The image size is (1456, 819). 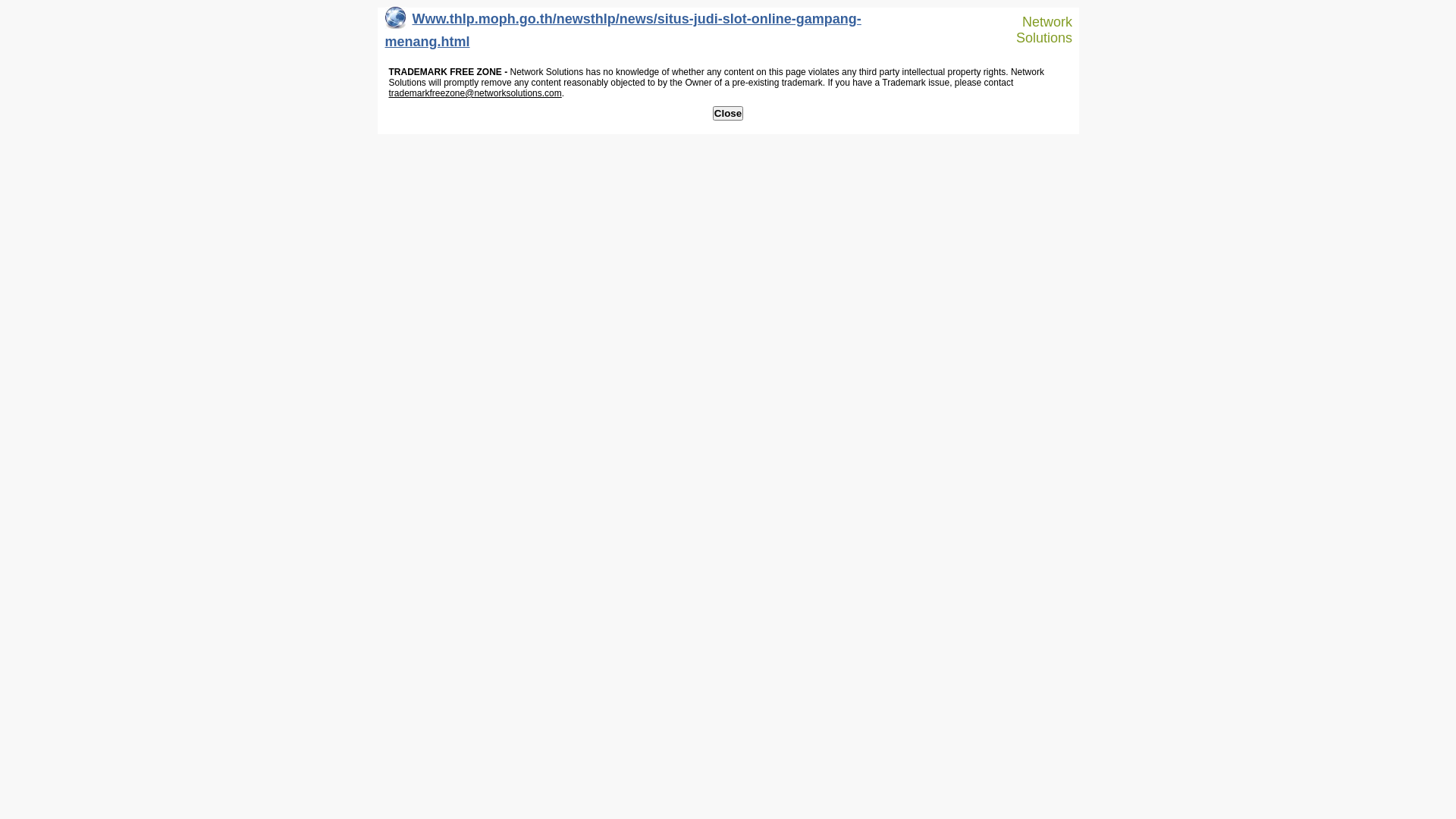 I want to click on 'Close', so click(x=728, y=112).